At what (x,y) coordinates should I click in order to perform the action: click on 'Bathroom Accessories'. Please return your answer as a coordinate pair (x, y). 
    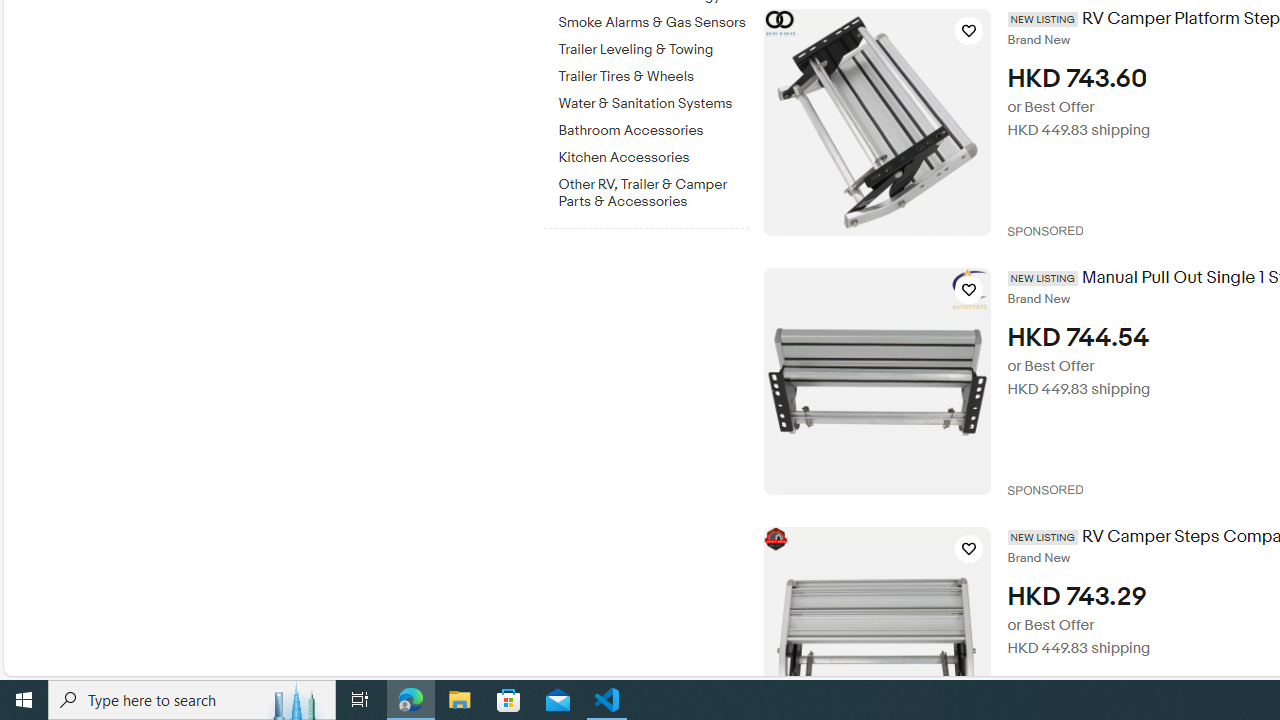
    Looking at the image, I should click on (653, 131).